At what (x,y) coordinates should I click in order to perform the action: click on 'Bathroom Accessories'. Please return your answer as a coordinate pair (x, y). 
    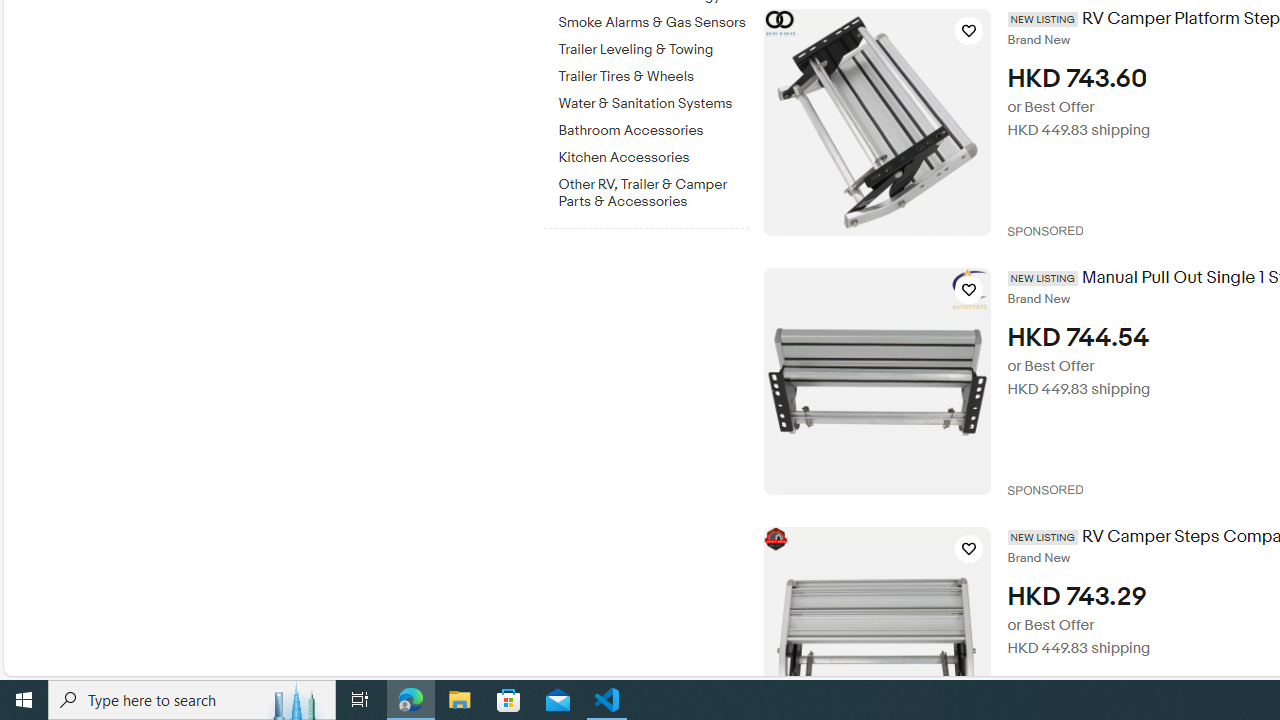
    Looking at the image, I should click on (653, 131).